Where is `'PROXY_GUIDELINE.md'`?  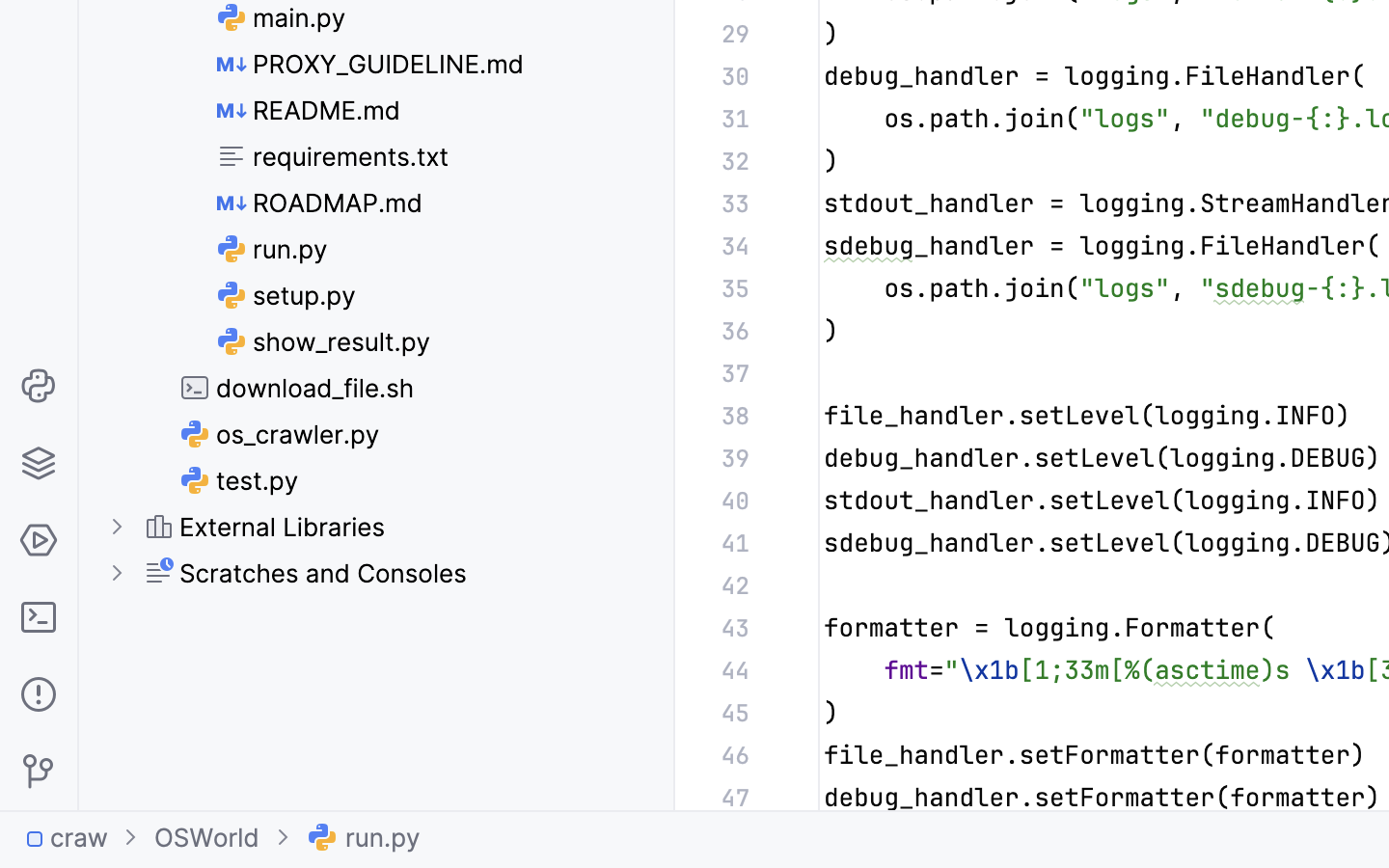
'PROXY_GUIDELINE.md' is located at coordinates (370, 62).